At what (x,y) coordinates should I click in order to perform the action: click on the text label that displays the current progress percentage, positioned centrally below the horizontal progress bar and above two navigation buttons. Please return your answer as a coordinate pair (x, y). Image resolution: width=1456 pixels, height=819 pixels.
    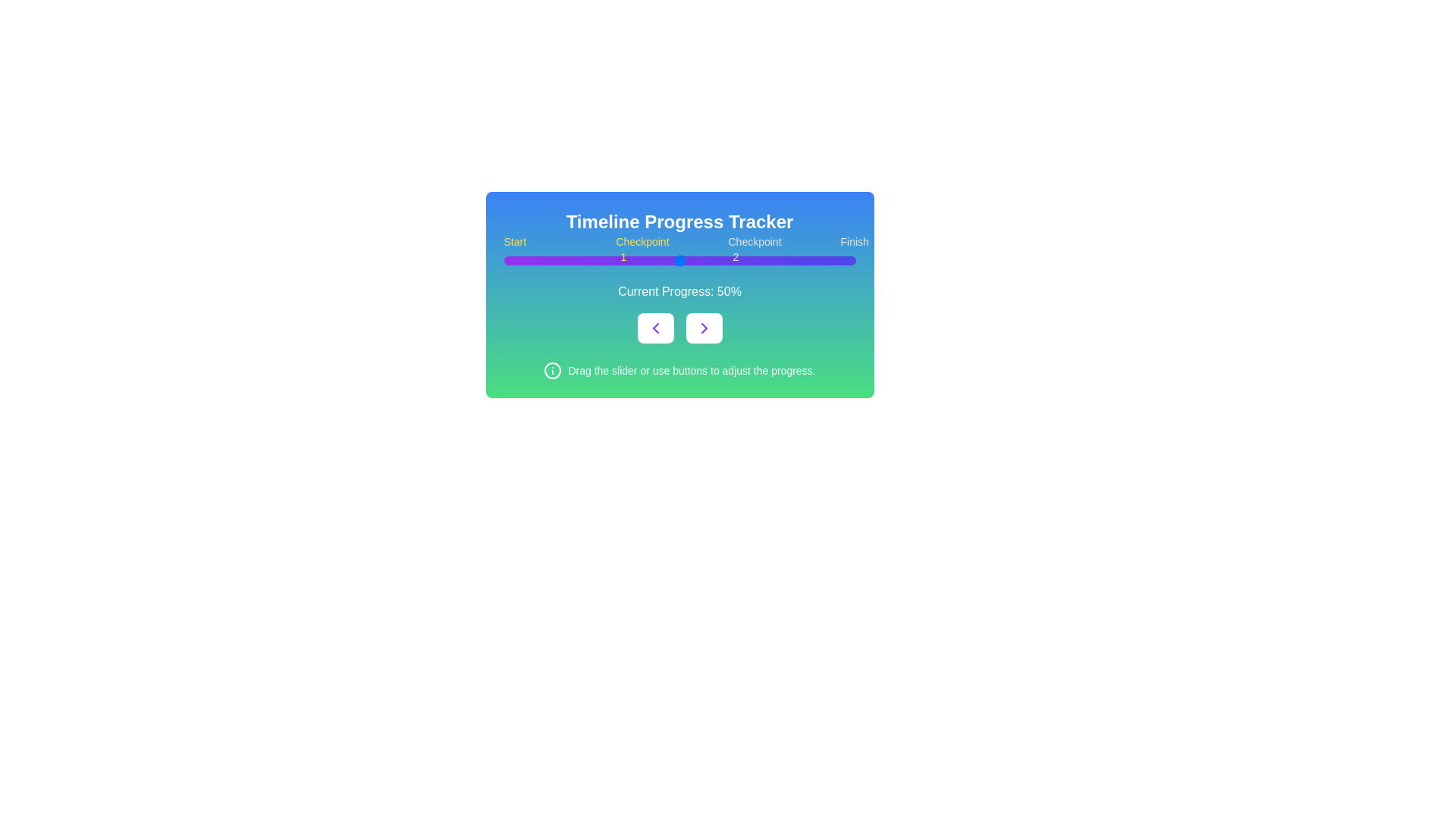
    Looking at the image, I should click on (679, 292).